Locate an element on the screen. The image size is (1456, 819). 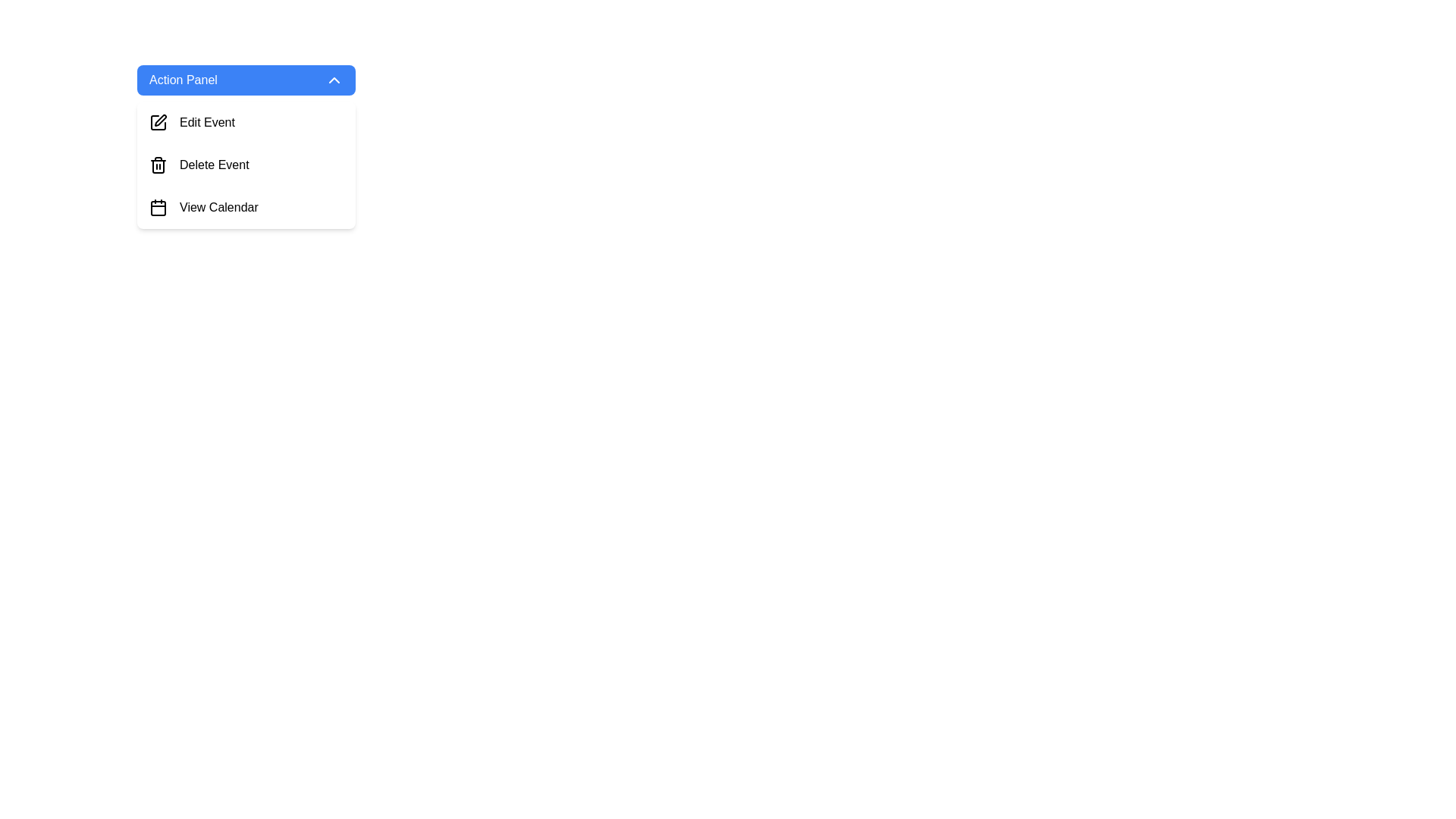
the 'Delete Event' button, which features a trash can icon and changes to a gray background when hovered over is located at coordinates (246, 165).